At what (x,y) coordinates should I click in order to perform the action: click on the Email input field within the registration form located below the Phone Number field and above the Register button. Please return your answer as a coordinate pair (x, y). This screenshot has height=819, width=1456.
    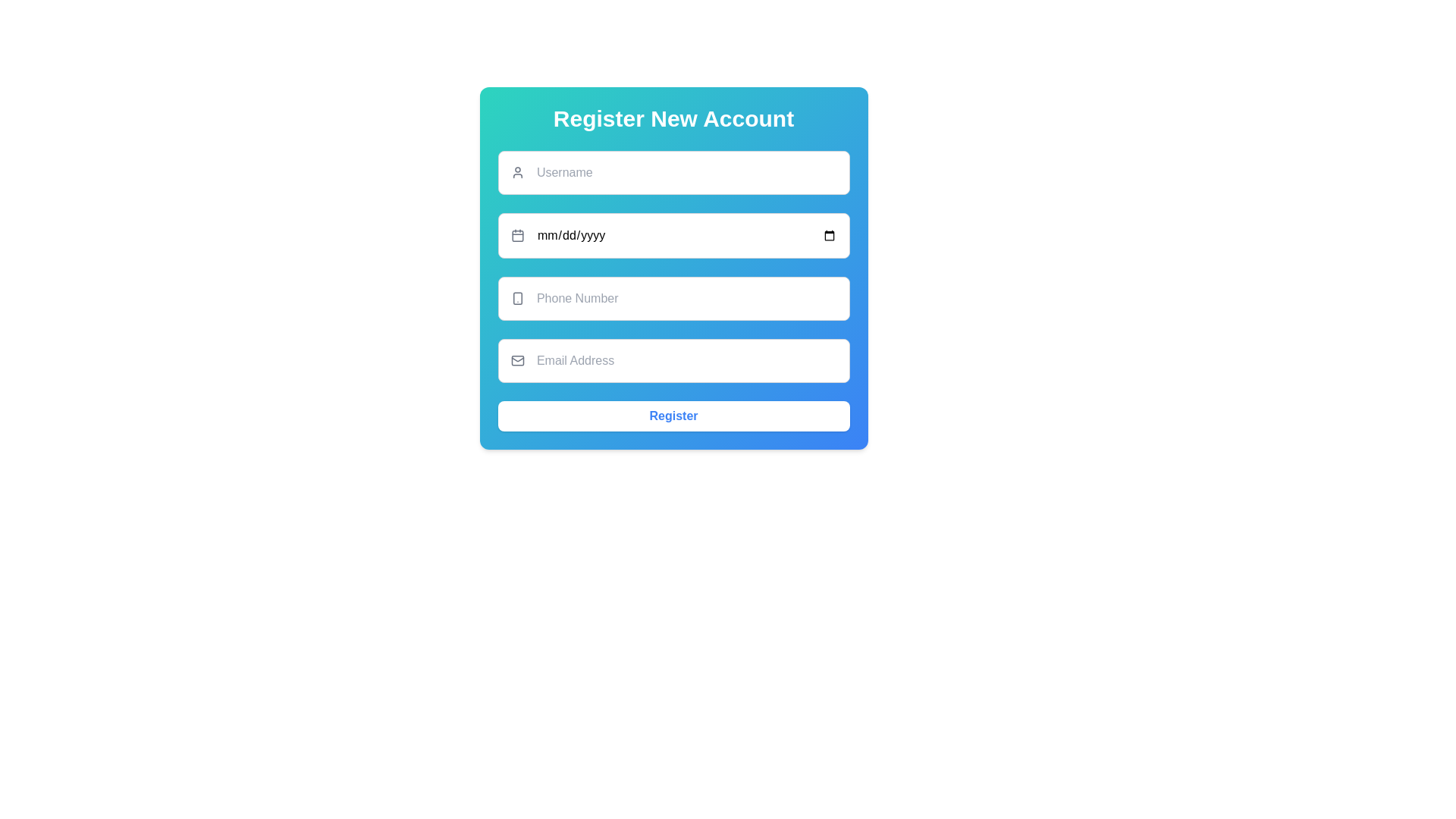
    Looking at the image, I should click on (673, 360).